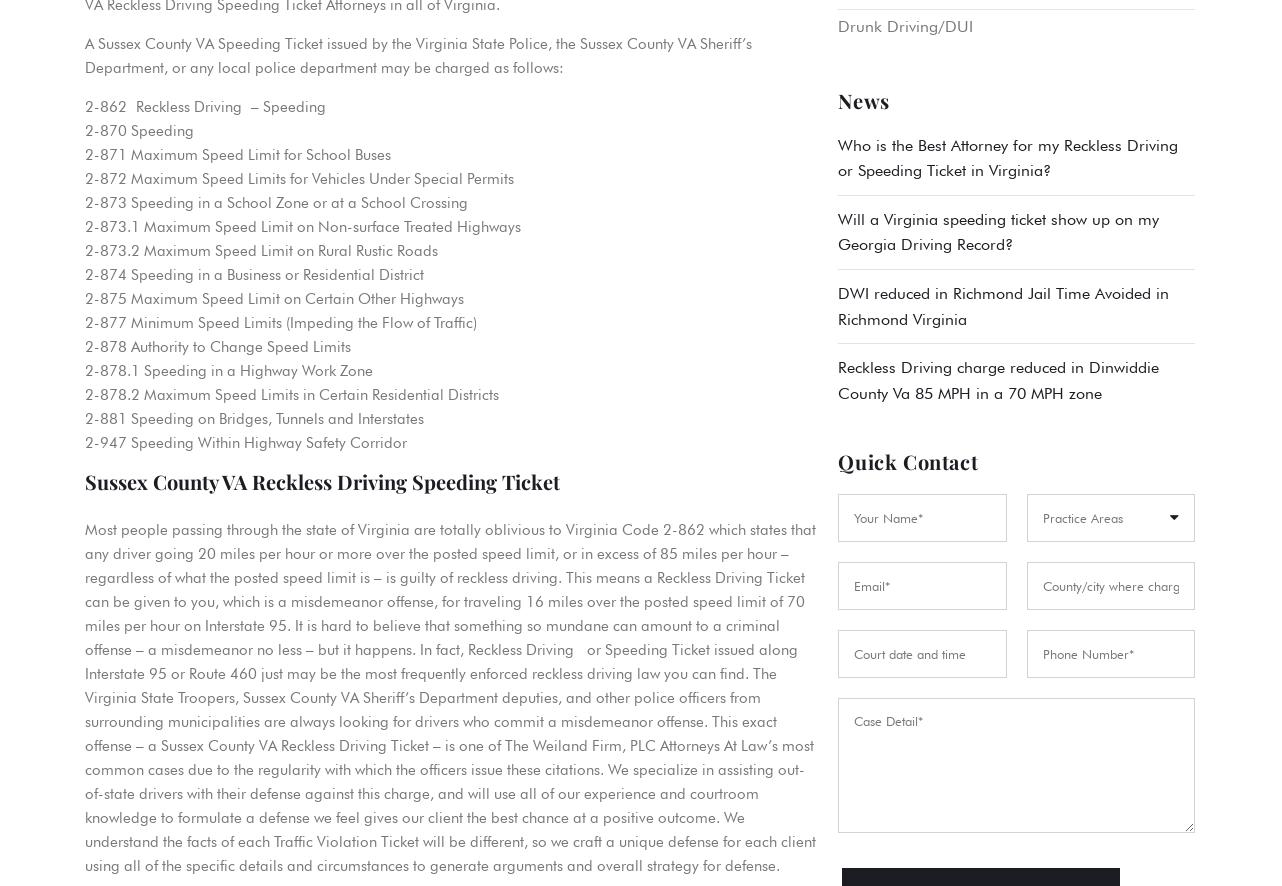 The width and height of the screenshot is (1282, 886). I want to click on 'Hit & Run', so click(1085, 656).